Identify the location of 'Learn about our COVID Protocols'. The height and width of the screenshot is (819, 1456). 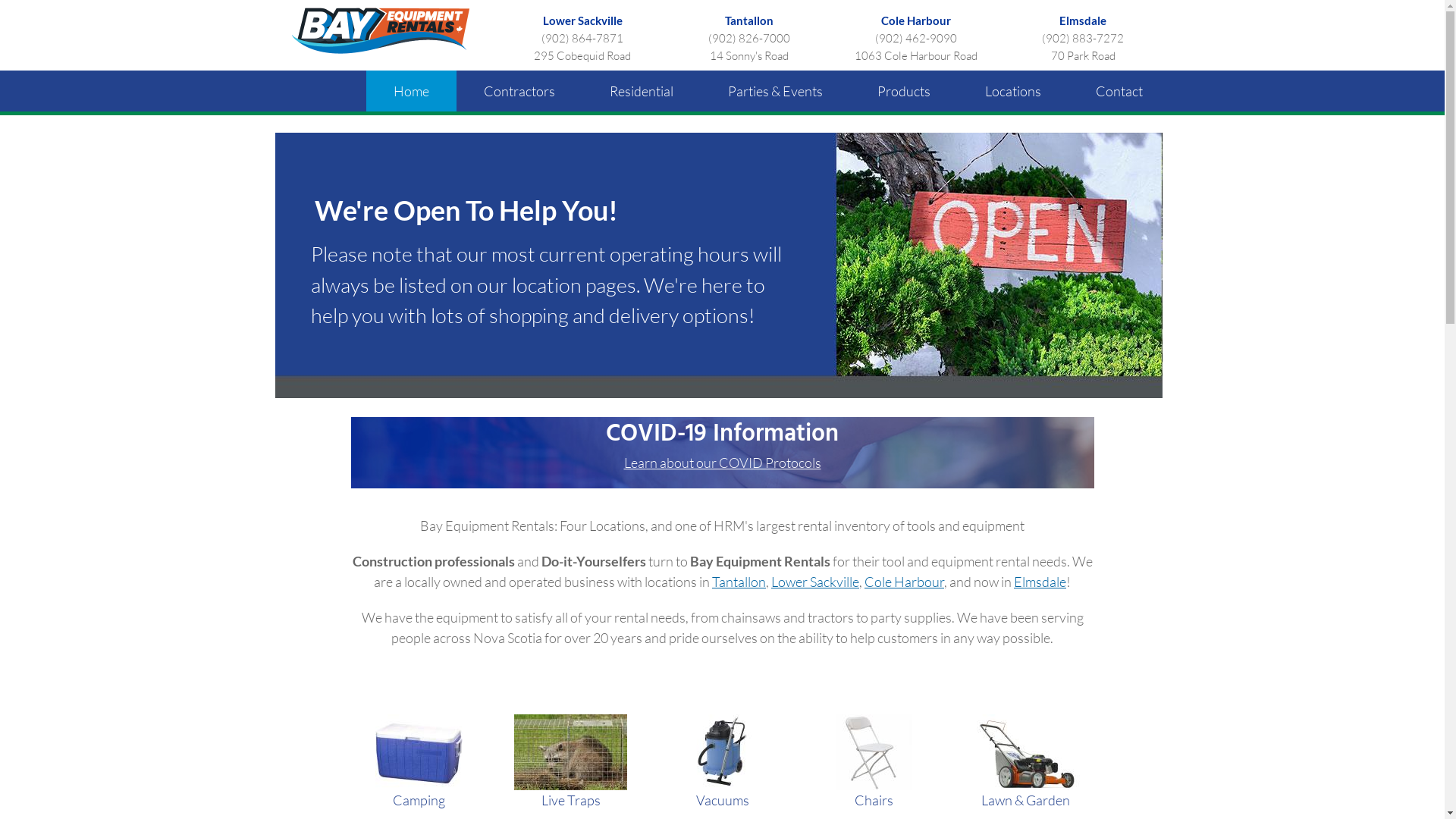
(720, 461).